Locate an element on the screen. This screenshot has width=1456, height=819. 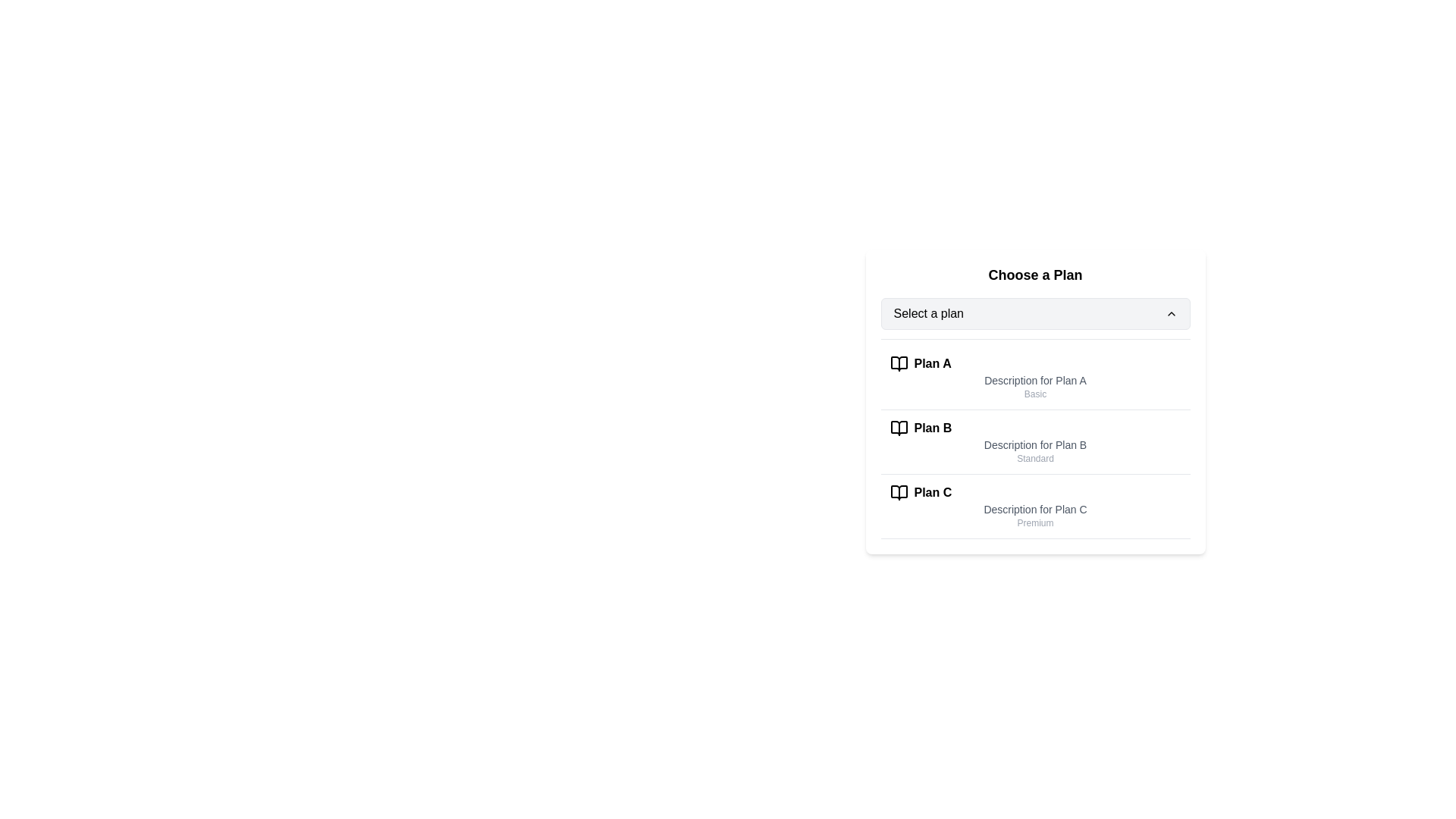
the Header text that serves as a section heading above the 'Select a plan' dropdown in a white card-like box is located at coordinates (1034, 275).